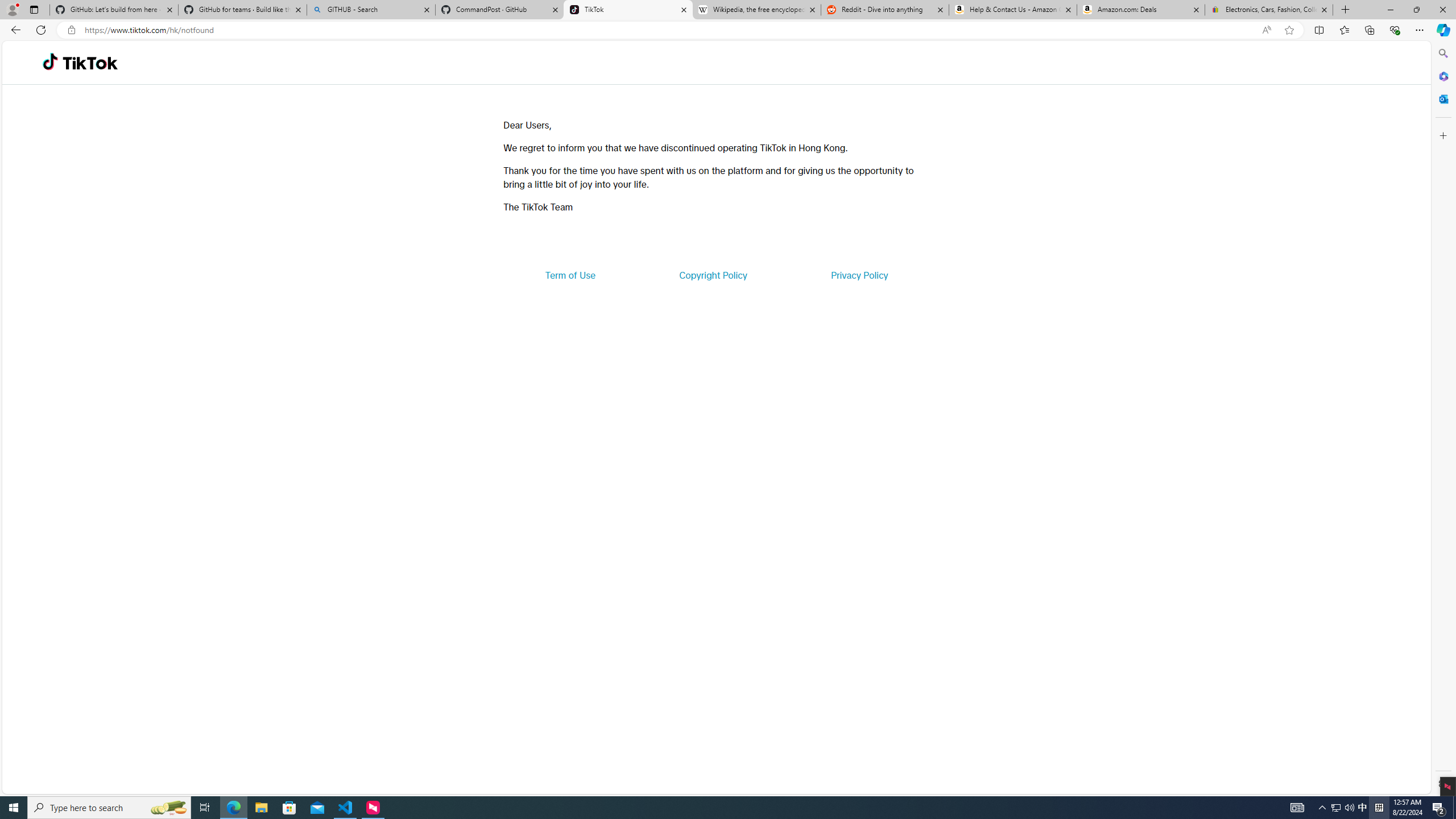 Image resolution: width=1456 pixels, height=819 pixels. What do you see at coordinates (755, 9) in the screenshot?
I see `'Wikipedia, the free encyclopedia'` at bounding box center [755, 9].